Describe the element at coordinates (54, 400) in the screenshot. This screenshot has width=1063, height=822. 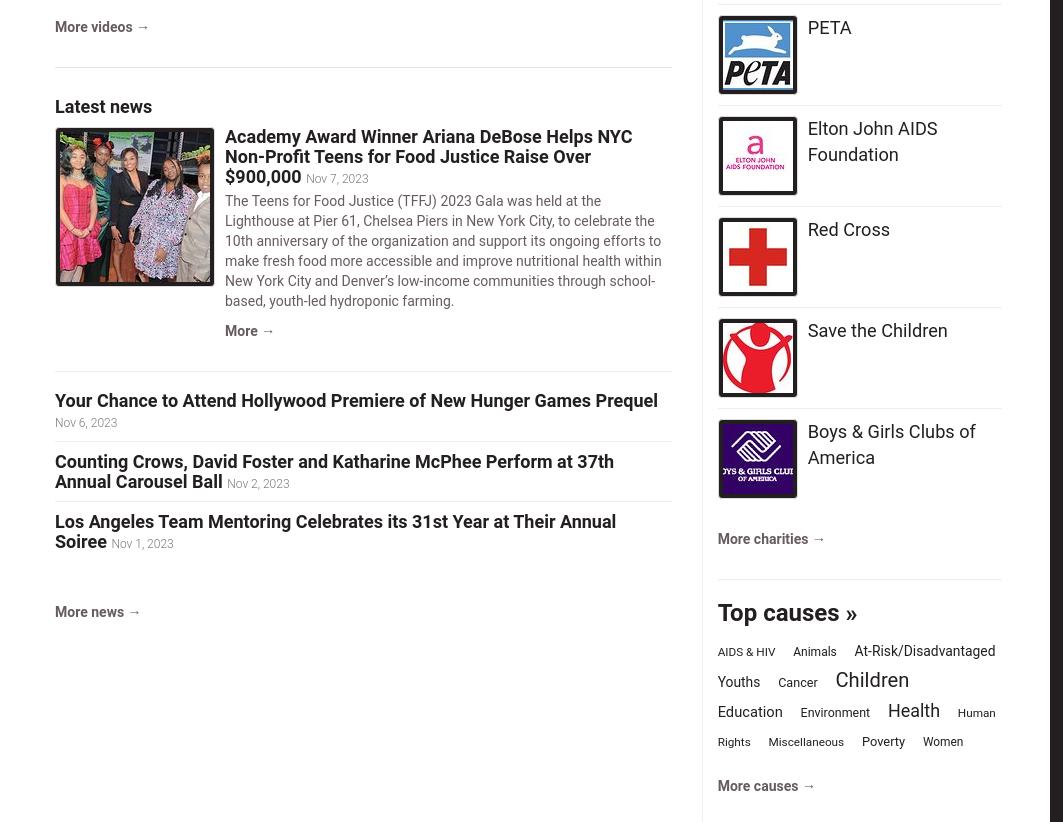
I see `'Your Chance to Attend Hollywood Premiere of New Hunger Games Prequel'` at that location.